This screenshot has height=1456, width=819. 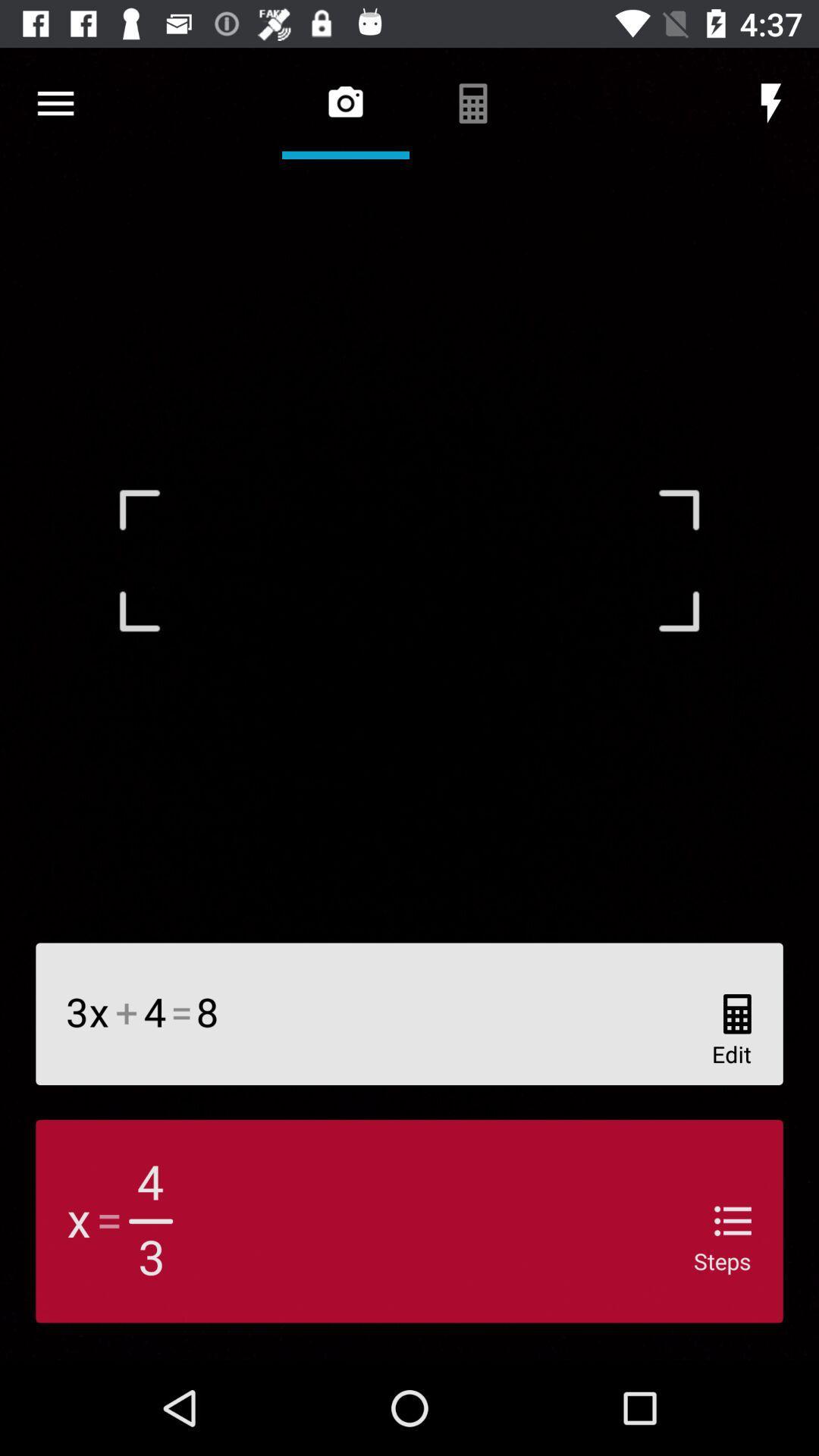 I want to click on item at the top left corner, so click(x=55, y=102).